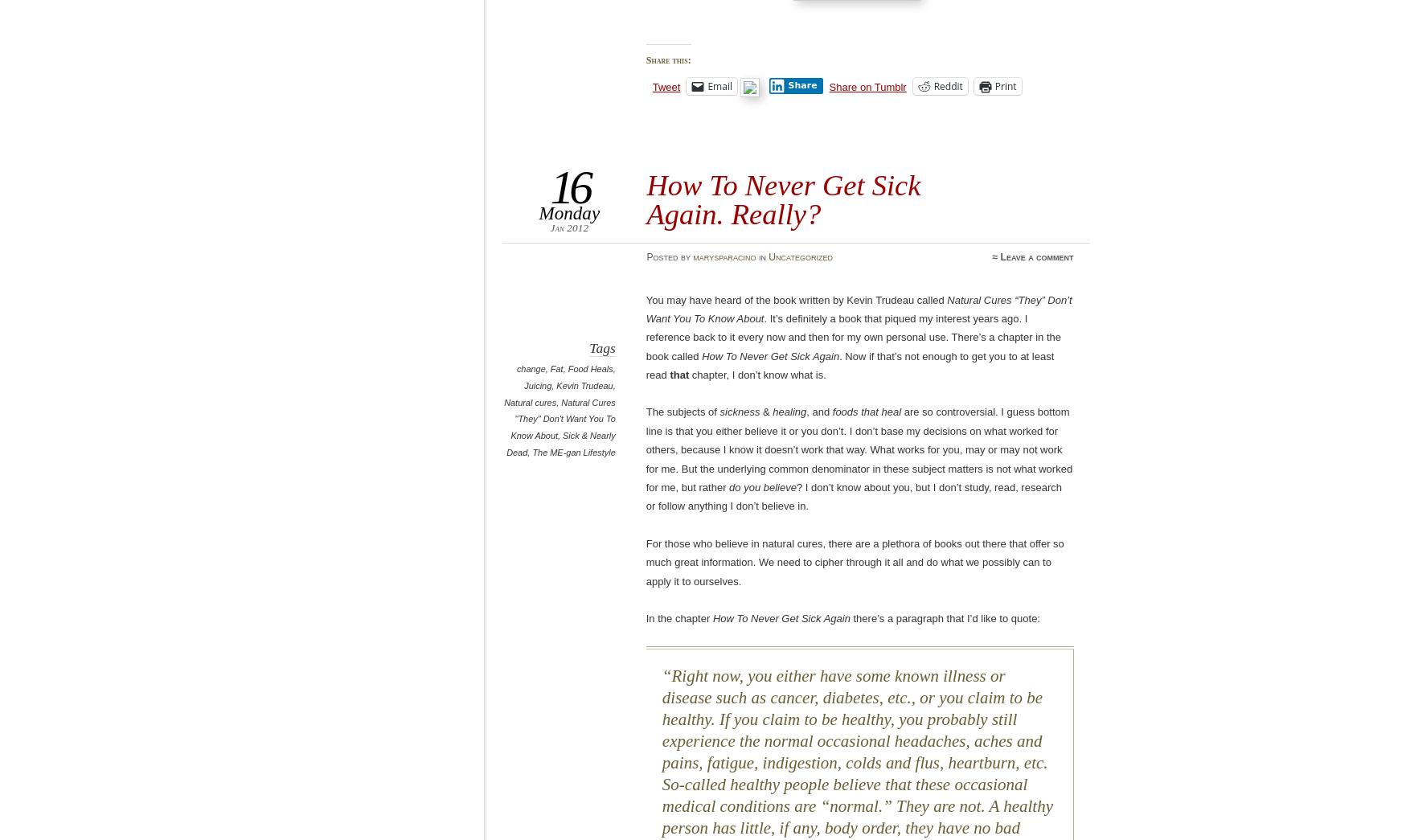  Describe the element at coordinates (799, 256) in the screenshot. I see `'Uncategorized'` at that location.